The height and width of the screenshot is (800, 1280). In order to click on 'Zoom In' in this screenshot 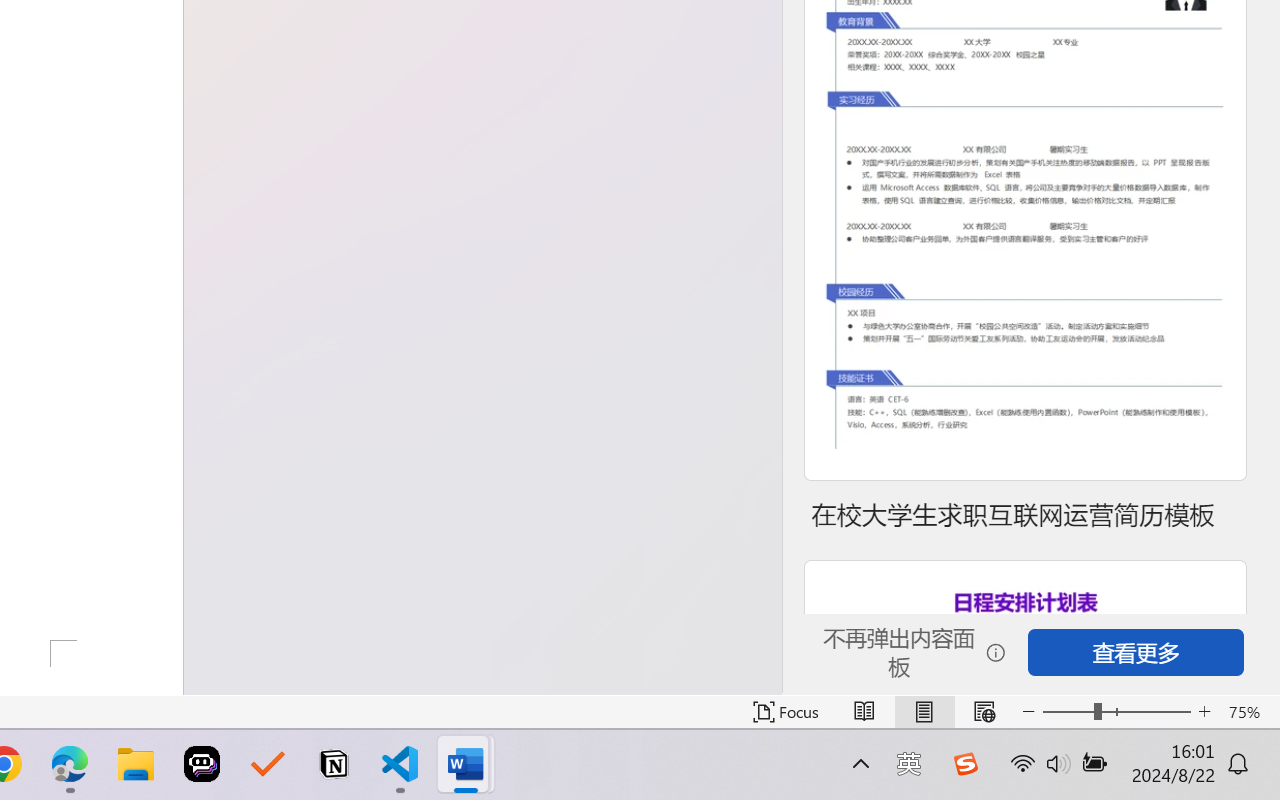, I will do `click(1204, 711)`.